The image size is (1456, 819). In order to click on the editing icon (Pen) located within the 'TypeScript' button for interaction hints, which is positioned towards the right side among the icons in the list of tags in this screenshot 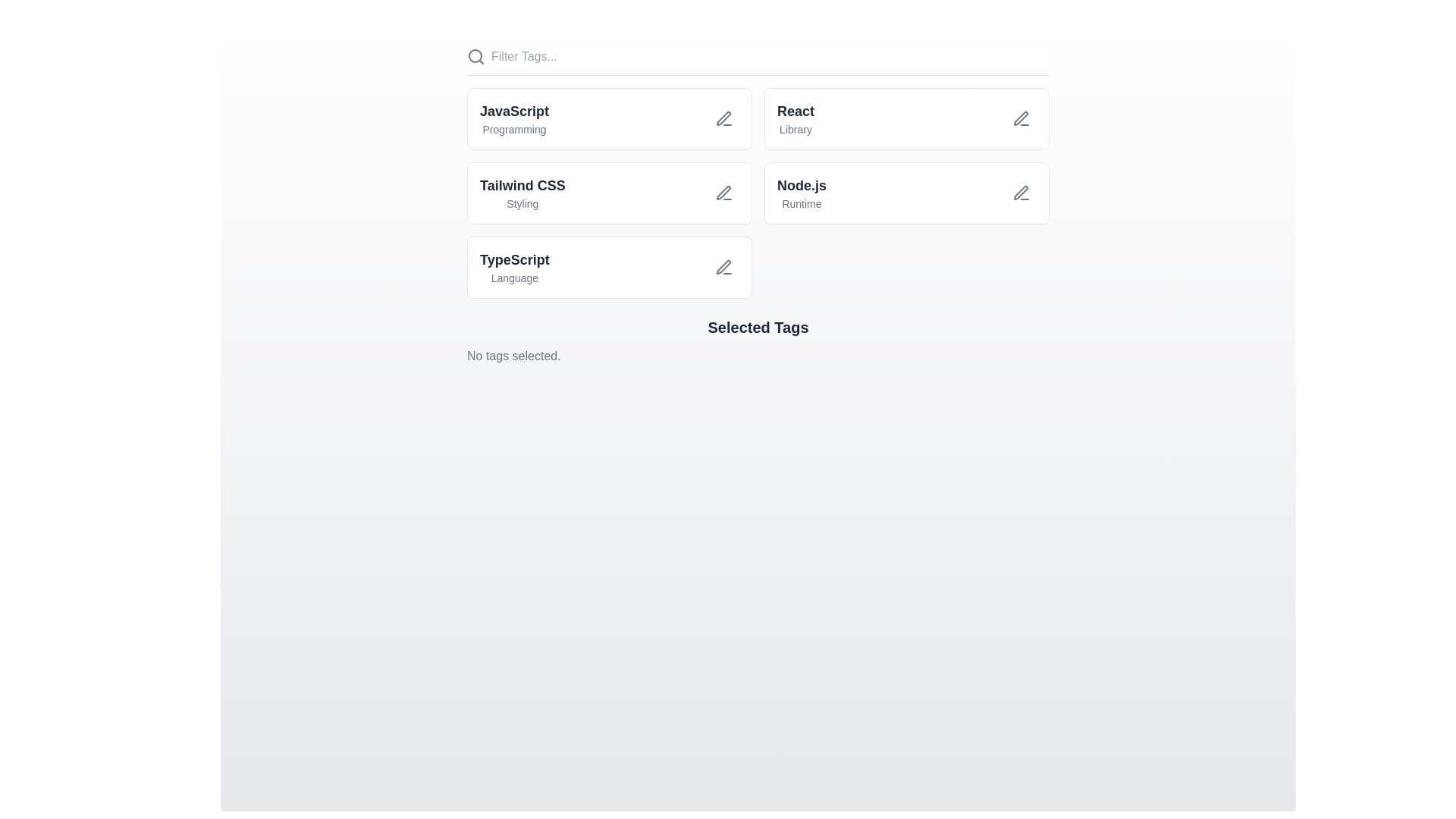, I will do `click(723, 266)`.